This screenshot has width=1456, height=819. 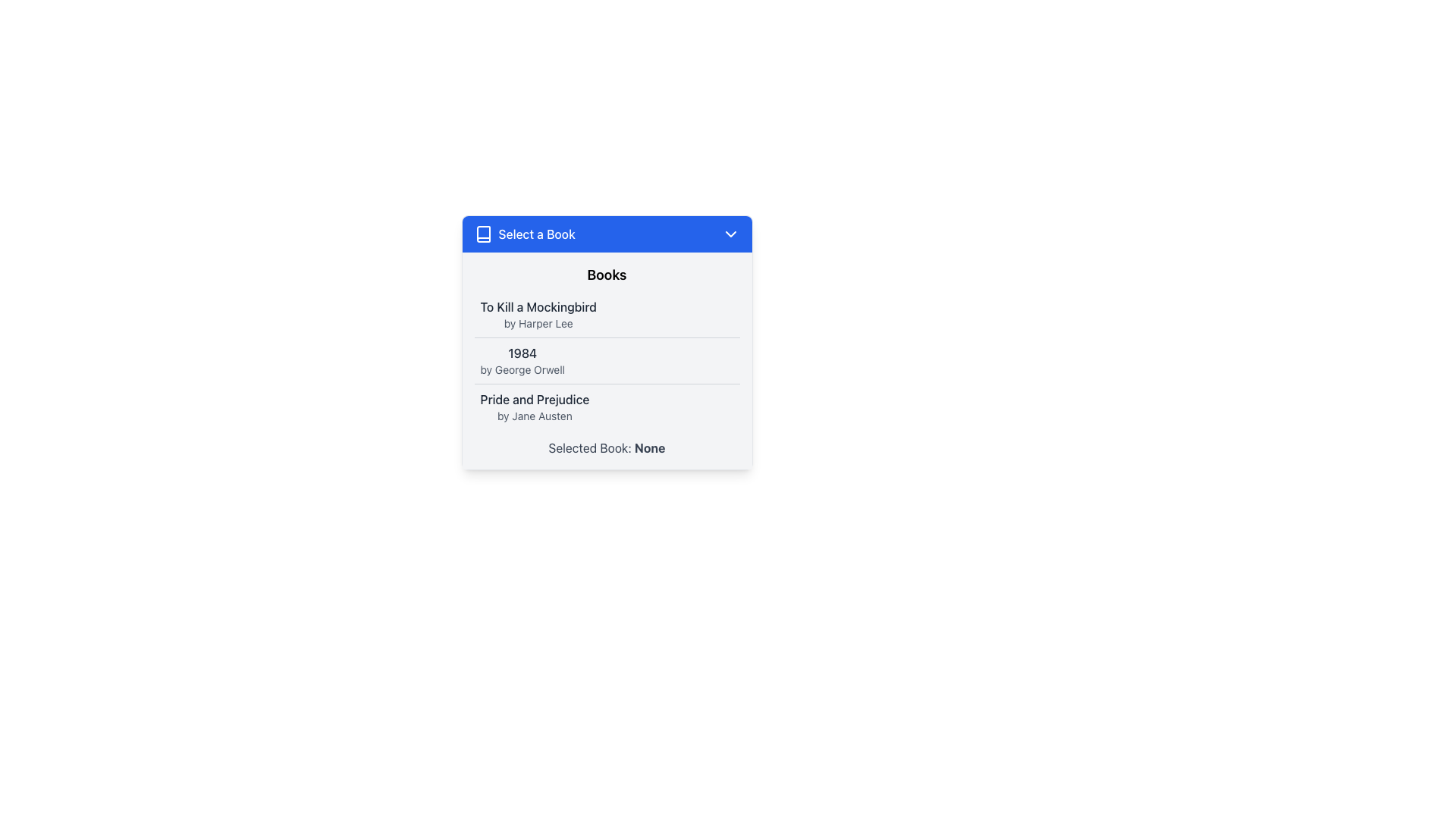 I want to click on the selectable list item for '1984 by George Orwell' located in the vertical list, positioned between 'To Kill a Mockingbird by Harper Lee' and 'Pride and Prejudice by Jane Austen', so click(x=607, y=360).